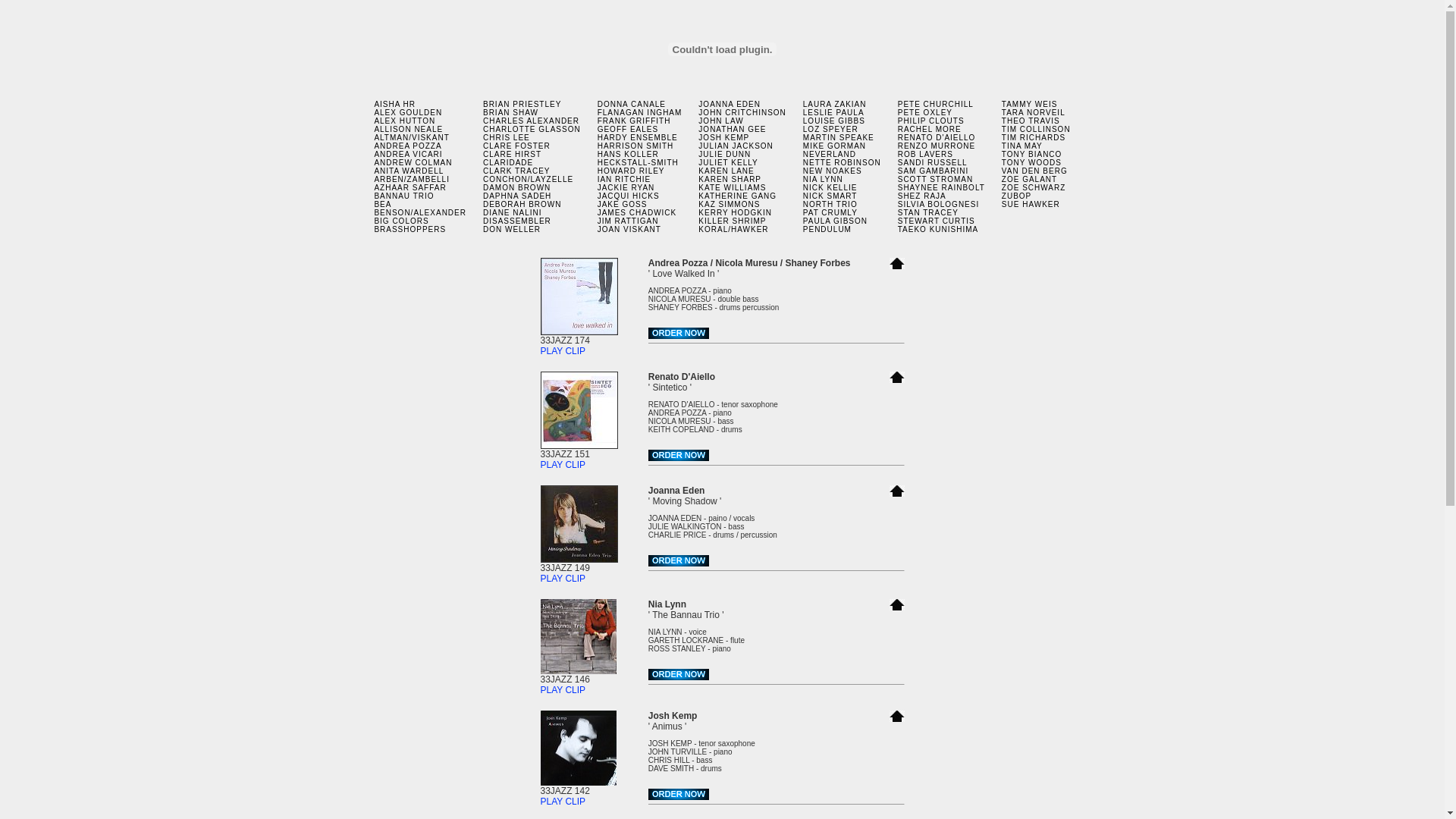  I want to click on 'BRIAN PRIESTLEY', so click(522, 103).